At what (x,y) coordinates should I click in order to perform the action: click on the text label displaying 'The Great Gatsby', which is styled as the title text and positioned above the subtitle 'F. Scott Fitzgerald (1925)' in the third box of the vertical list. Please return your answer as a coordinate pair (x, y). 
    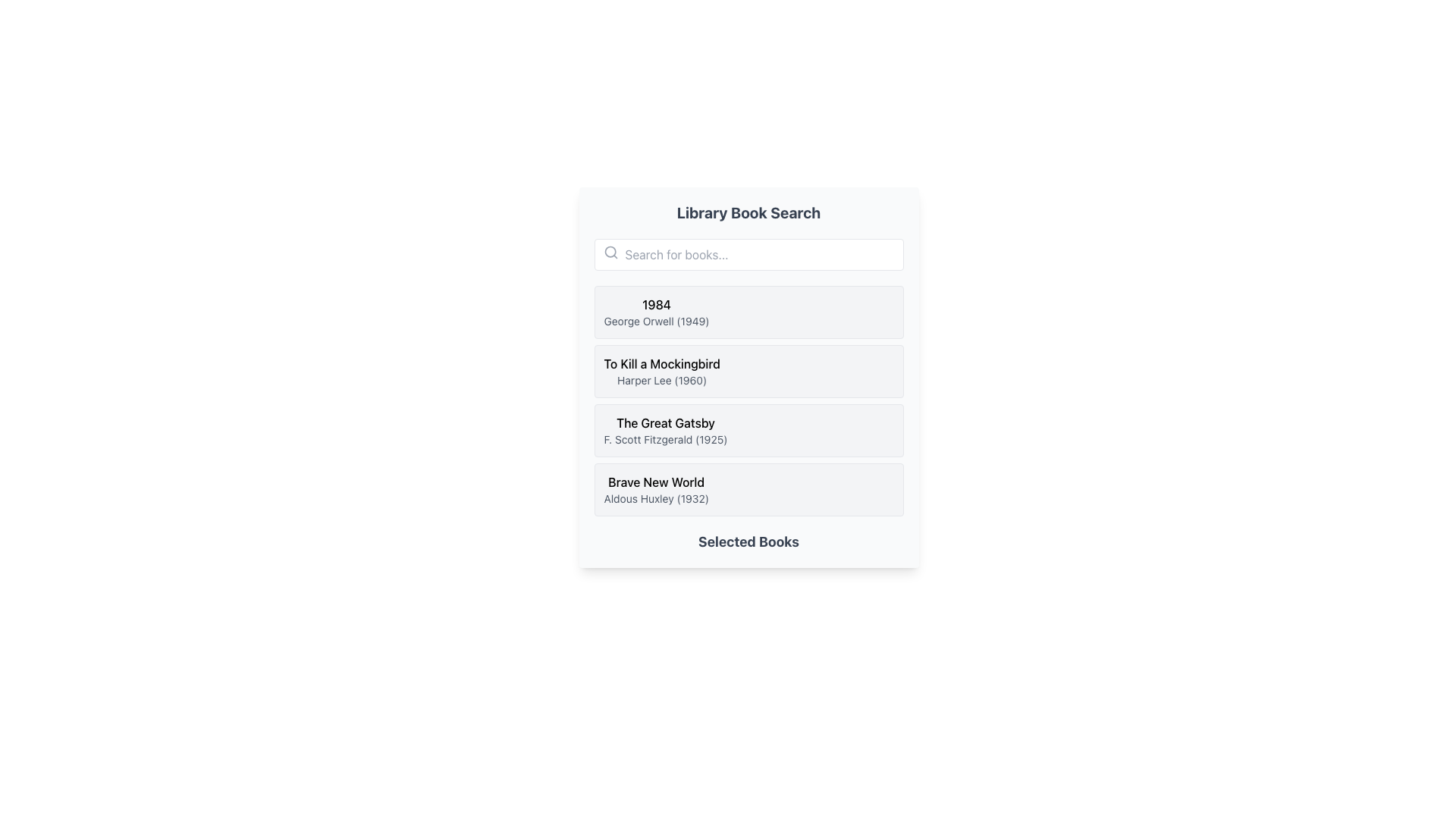
    Looking at the image, I should click on (666, 423).